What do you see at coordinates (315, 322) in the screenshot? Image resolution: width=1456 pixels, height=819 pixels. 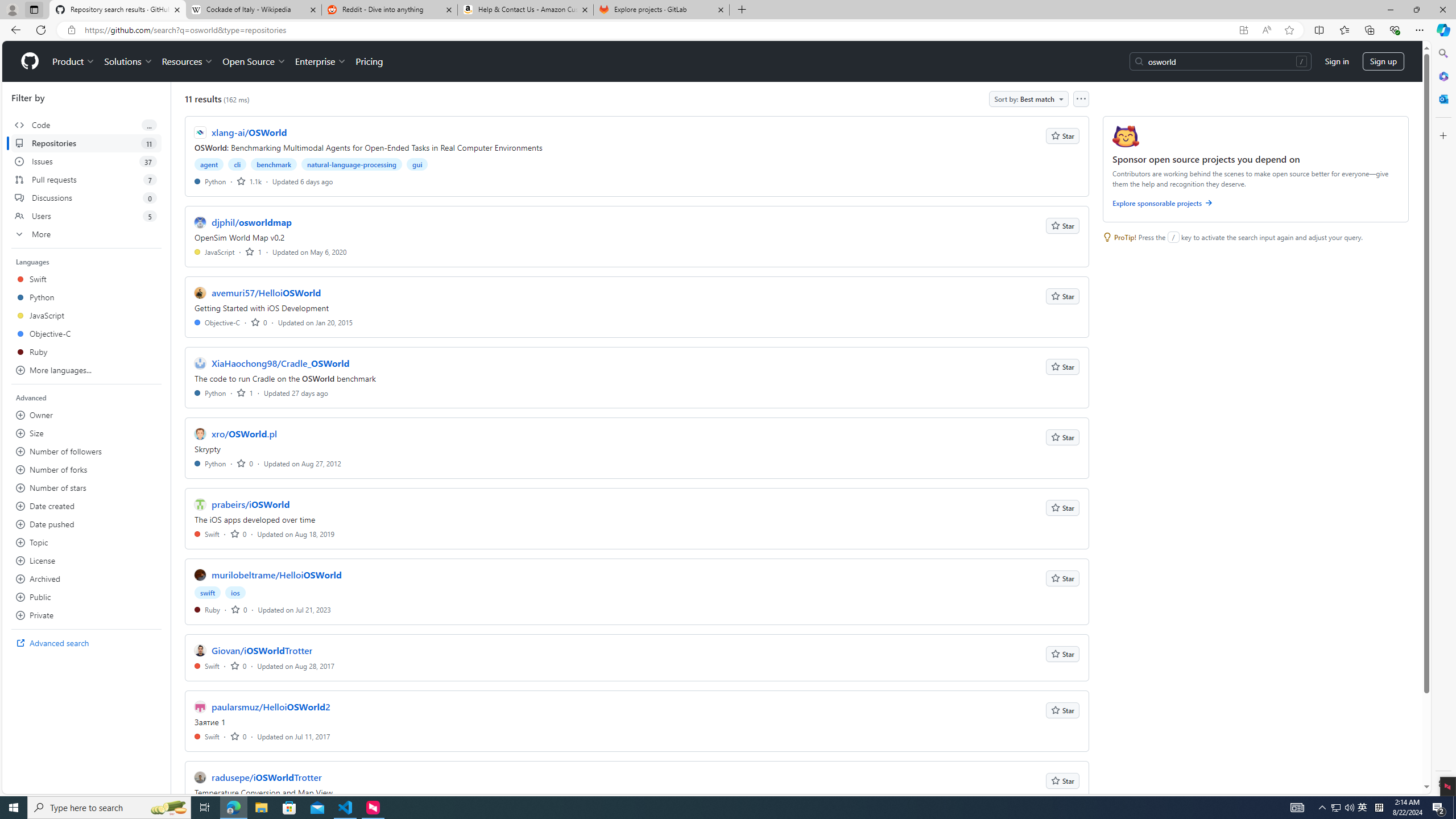 I see `'Updated on Jan 20, 2015'` at bounding box center [315, 322].